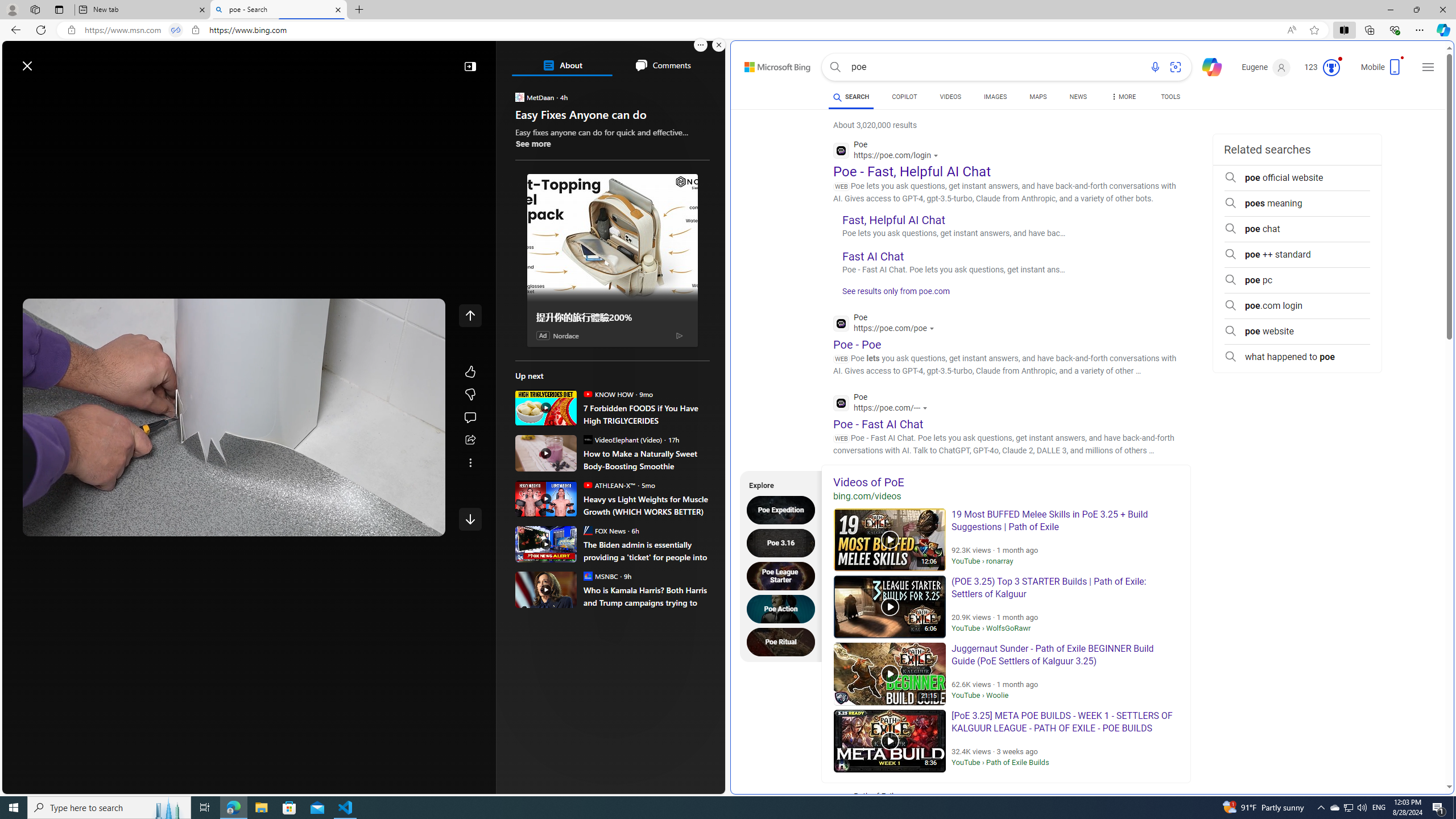  What do you see at coordinates (783, 575) in the screenshot?
I see `'Poe League Starter'` at bounding box center [783, 575].